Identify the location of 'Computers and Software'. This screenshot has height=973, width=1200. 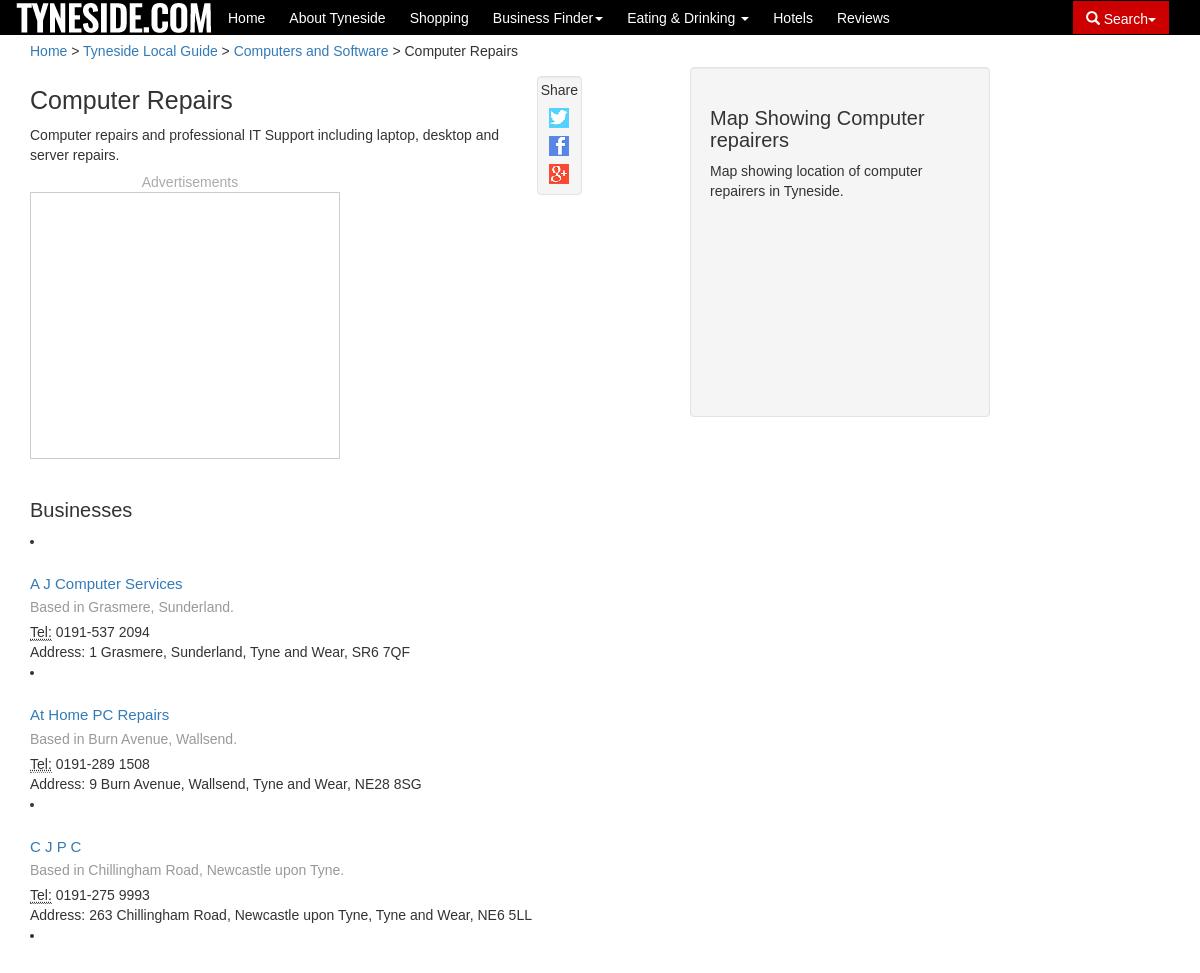
(310, 50).